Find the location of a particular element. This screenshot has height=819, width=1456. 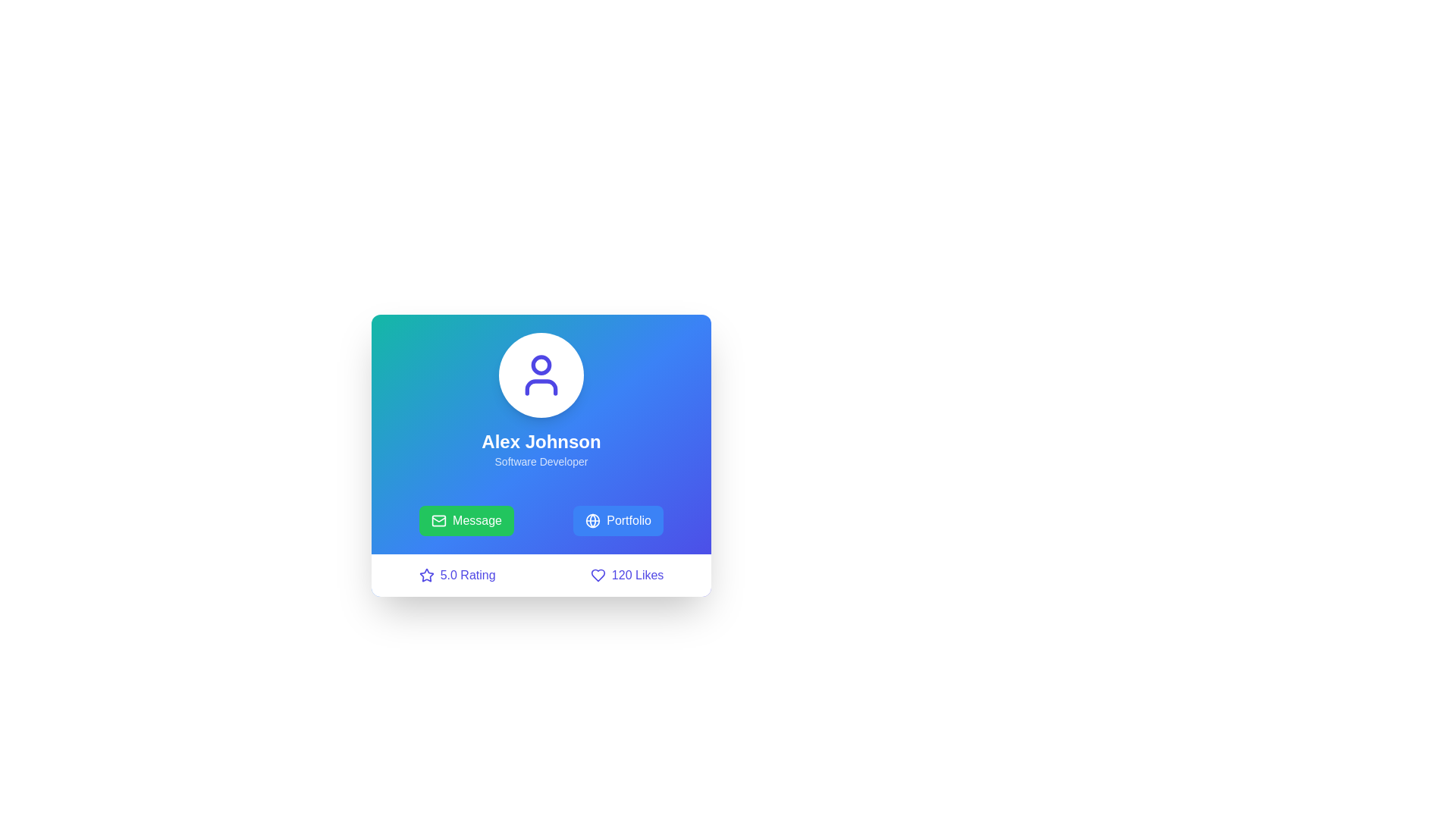

the non-interactive Text Label that describes the individual's role as 'Software Developer', located centrally within the card layout below the title 'Alex Johnson' is located at coordinates (541, 461).